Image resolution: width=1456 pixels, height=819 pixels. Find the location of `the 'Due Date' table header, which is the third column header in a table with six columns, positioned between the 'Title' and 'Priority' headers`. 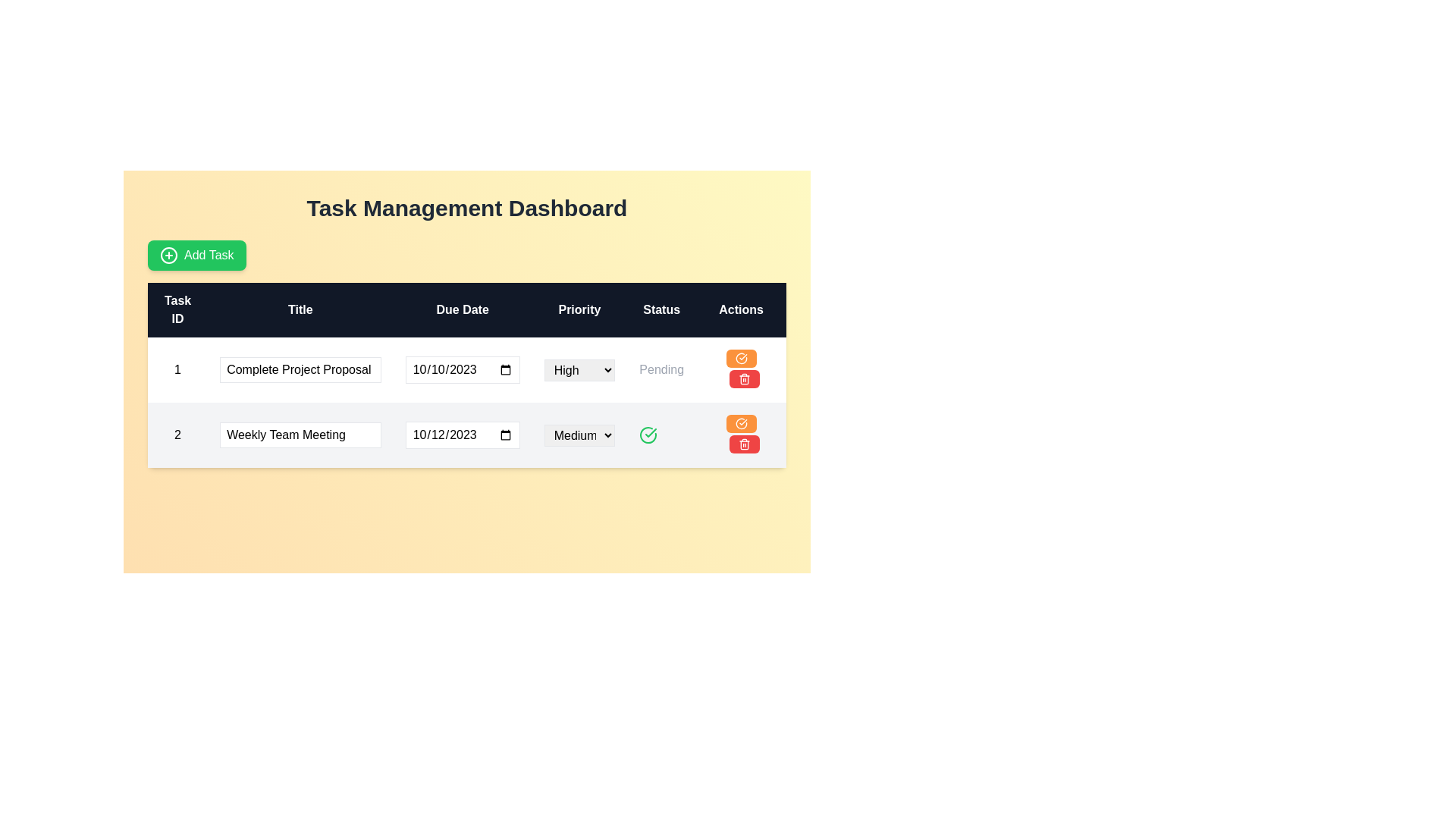

the 'Due Date' table header, which is the third column header in a table with six columns, positioned between the 'Title' and 'Priority' headers is located at coordinates (462, 309).